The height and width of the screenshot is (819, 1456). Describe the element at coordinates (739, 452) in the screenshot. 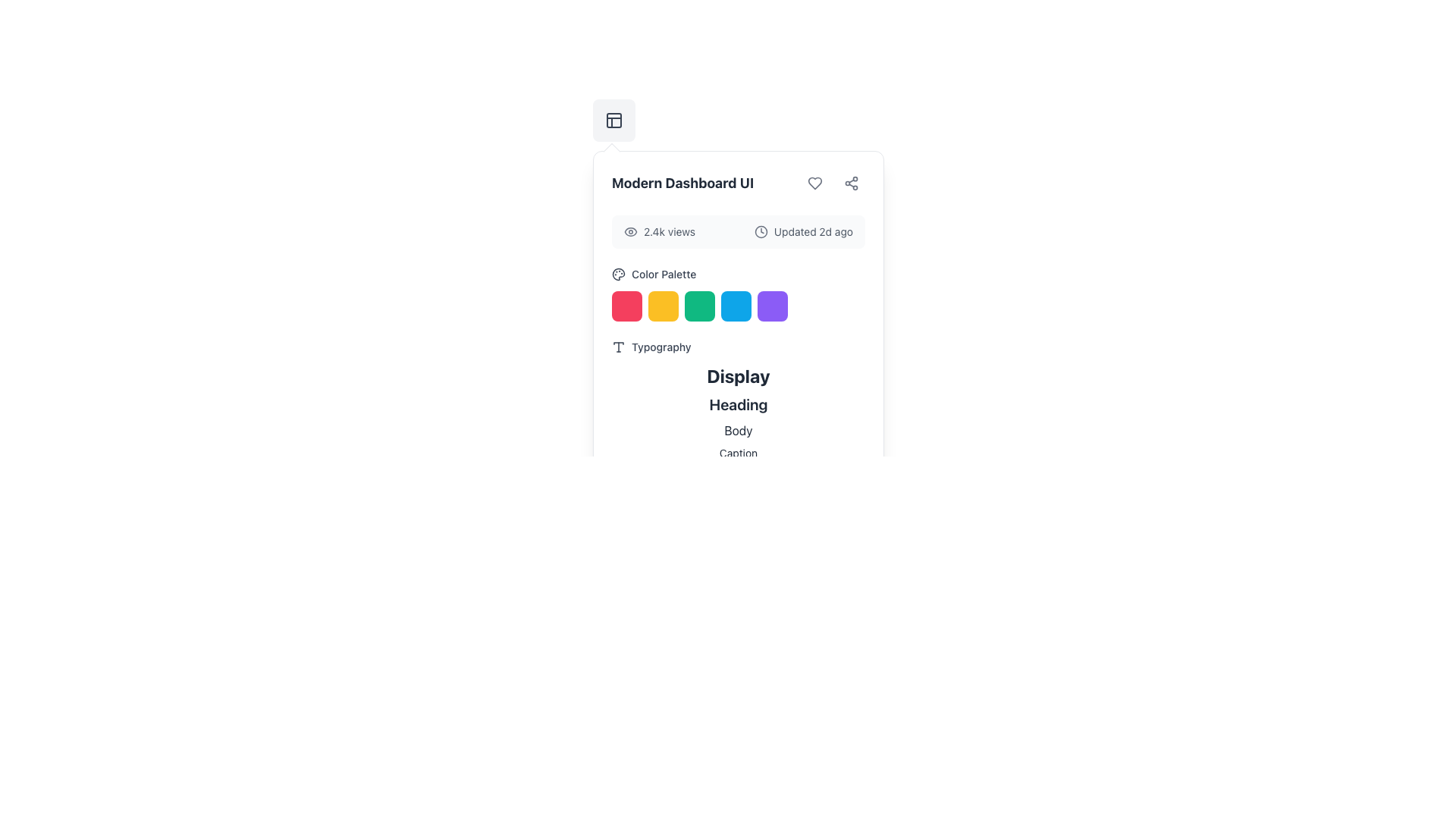

I see `the 'Caption' text label, which is styled with a smaller font size and gray color, positioned at the bottom of a vertical stack of text components` at that location.